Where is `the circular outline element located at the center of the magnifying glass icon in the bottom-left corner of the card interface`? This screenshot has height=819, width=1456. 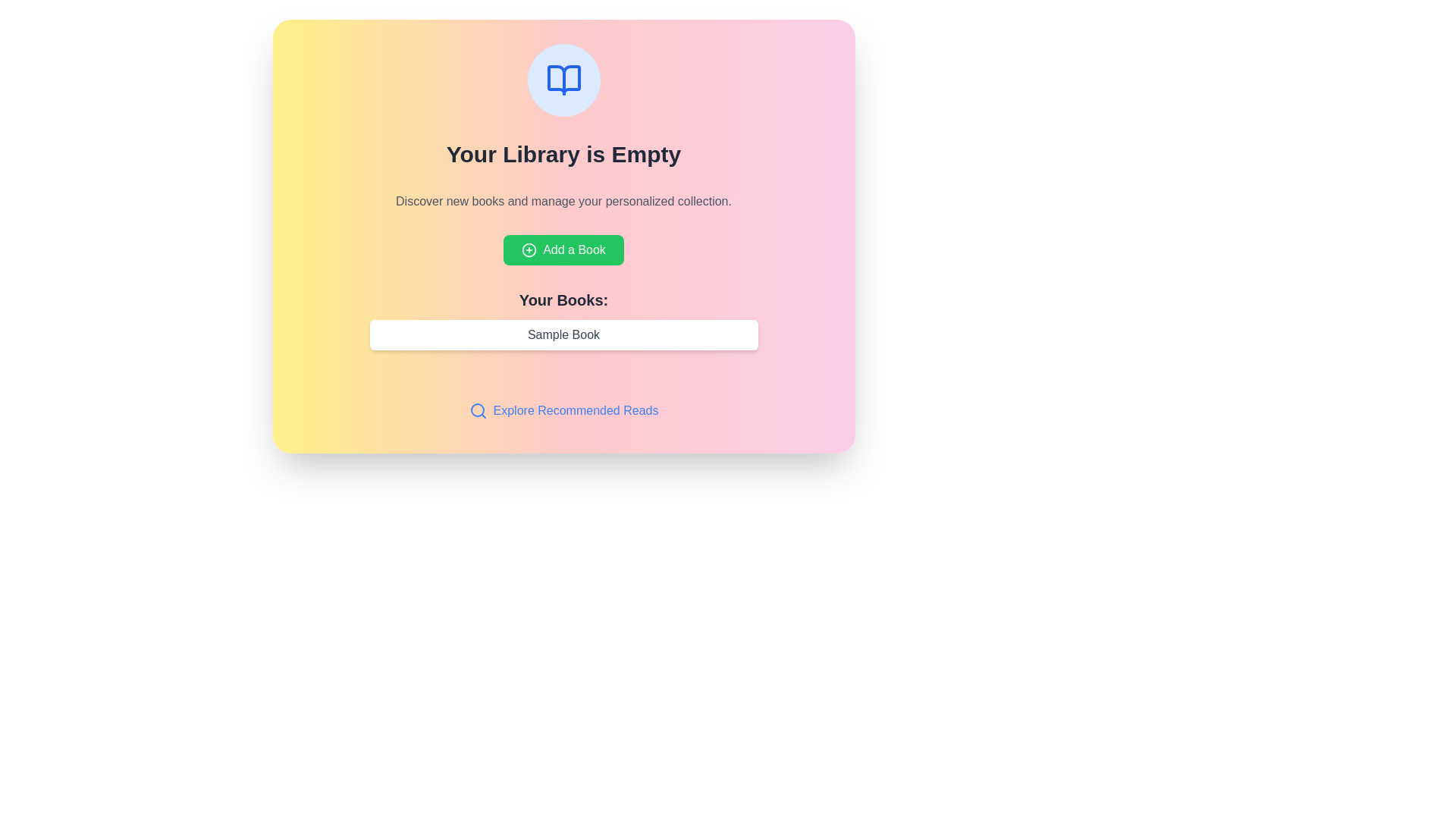
the circular outline element located at the center of the magnifying glass icon in the bottom-left corner of the card interface is located at coordinates (476, 409).